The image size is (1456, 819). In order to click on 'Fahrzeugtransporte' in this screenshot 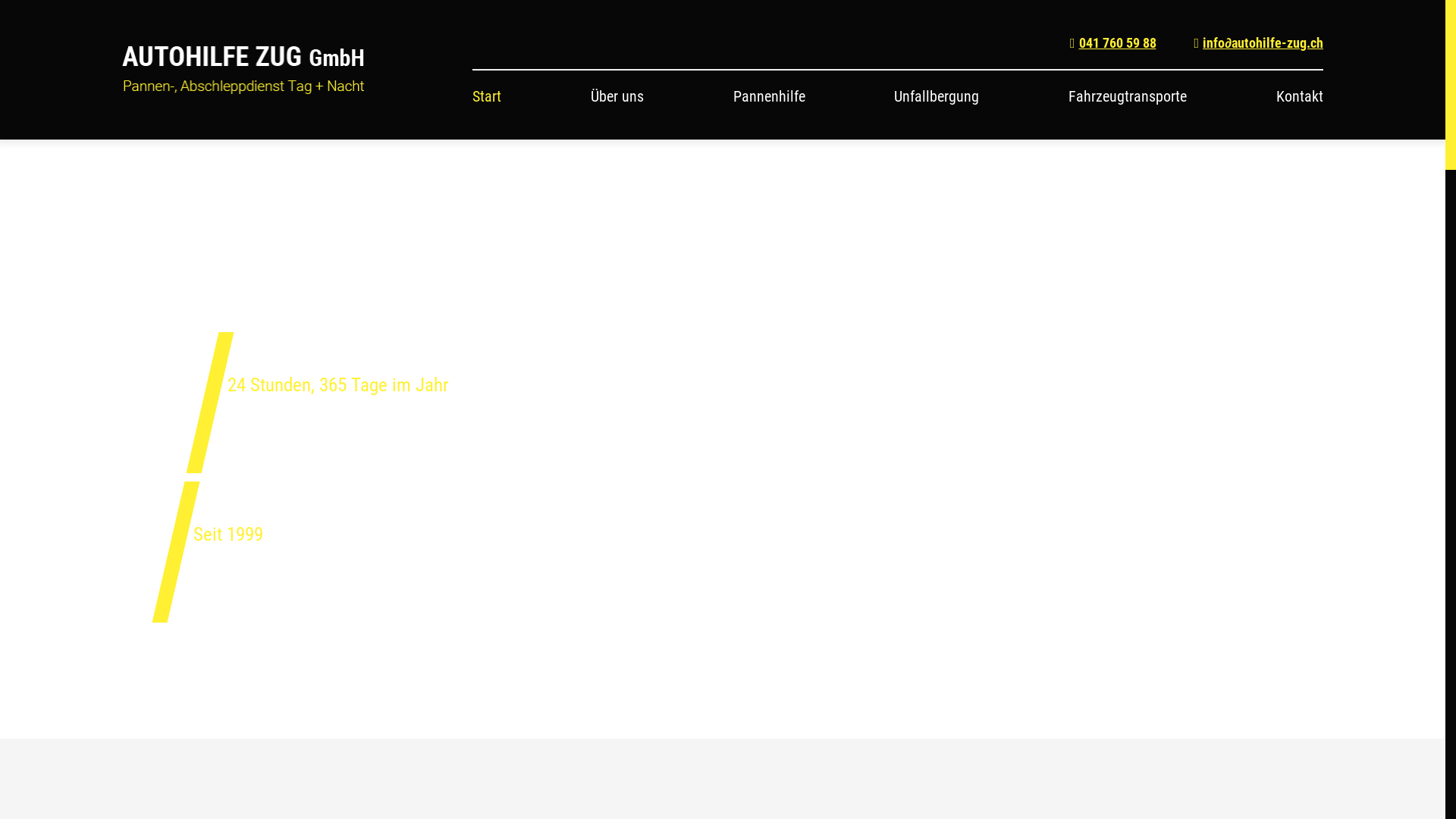, I will do `click(1128, 96)`.